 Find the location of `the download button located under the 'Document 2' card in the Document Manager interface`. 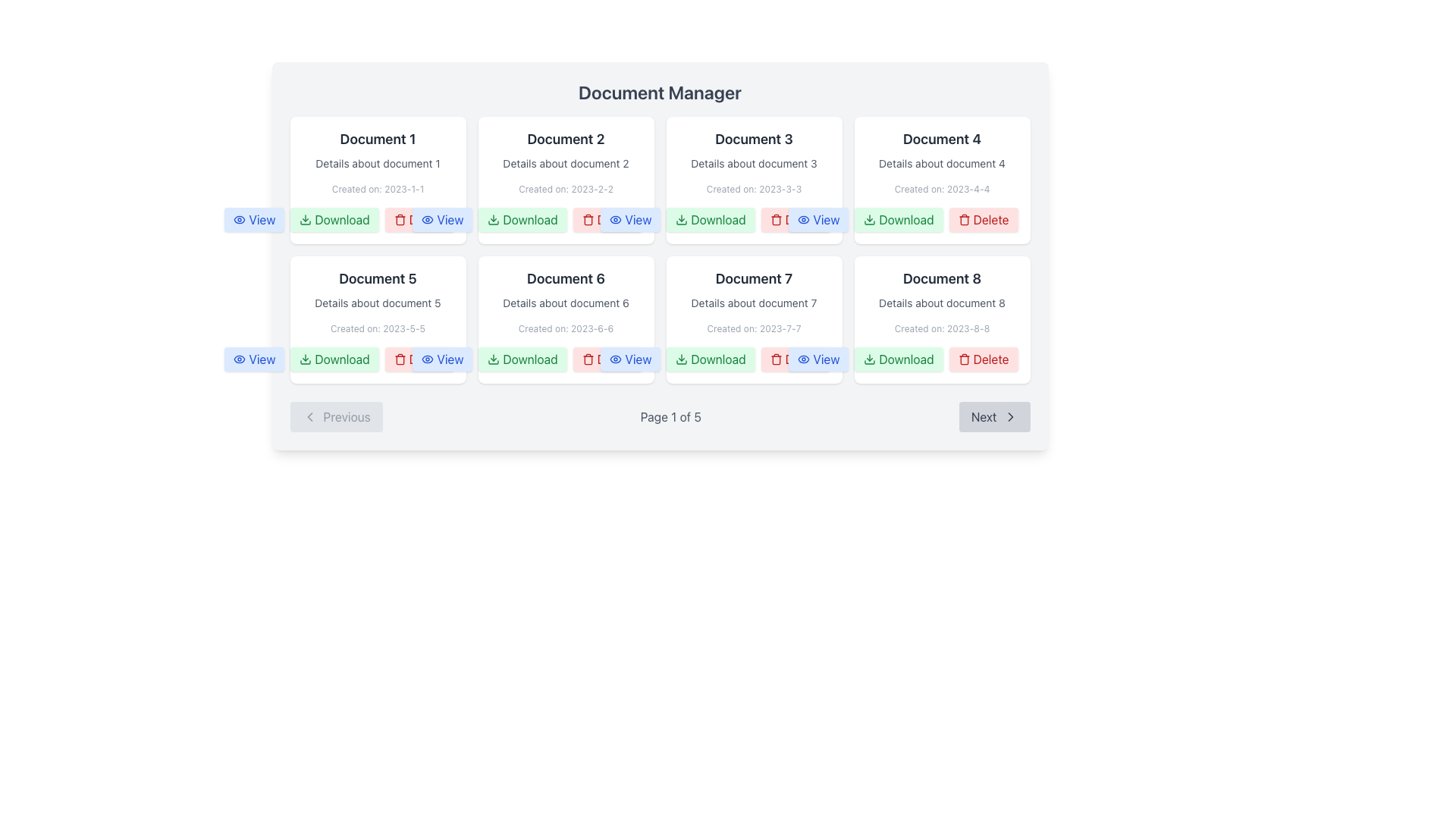

the download button located under the 'Document 2' card in the Document Manager interface is located at coordinates (522, 219).